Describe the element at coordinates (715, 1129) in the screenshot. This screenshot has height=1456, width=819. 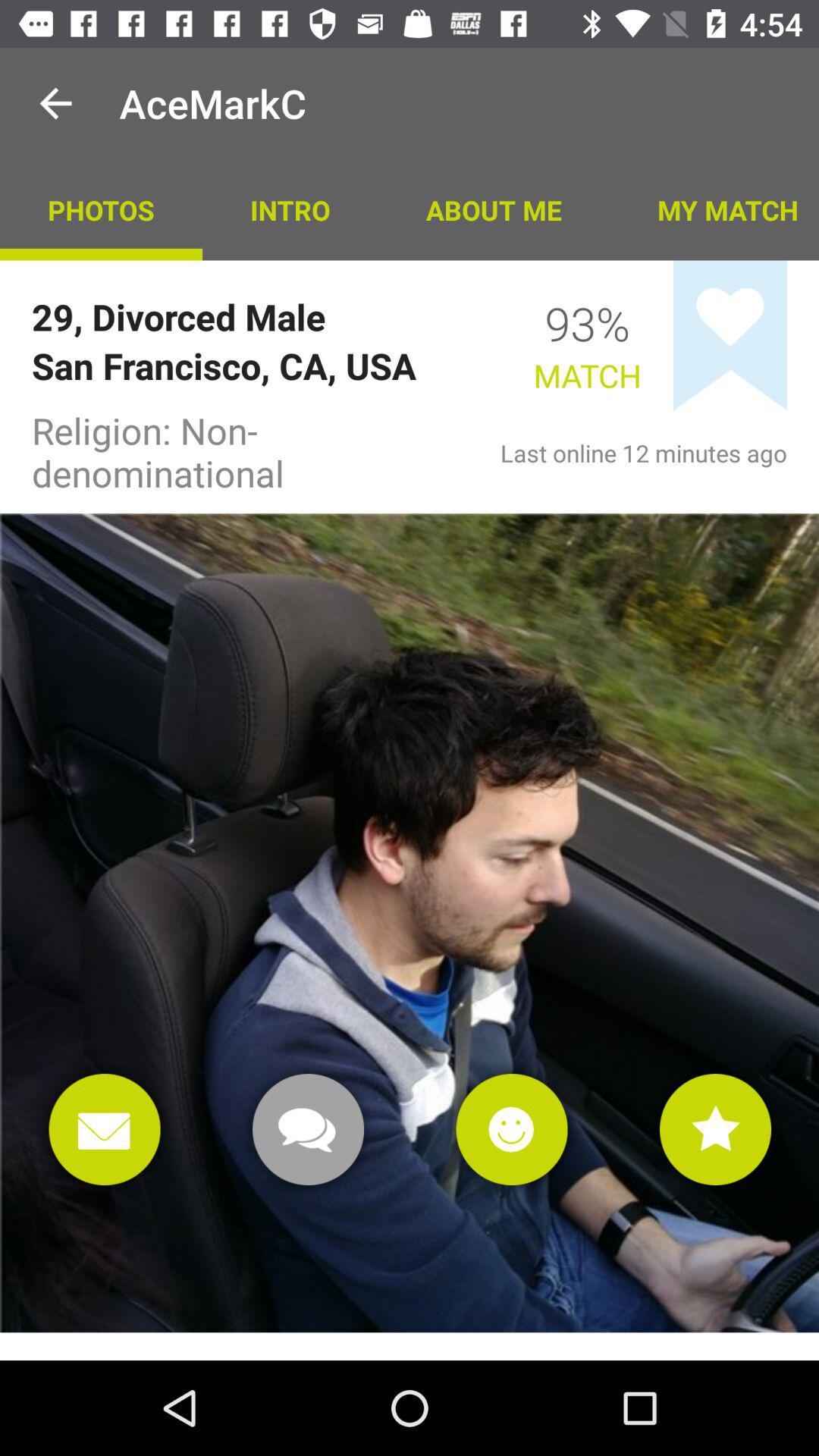
I see `the star icon` at that location.